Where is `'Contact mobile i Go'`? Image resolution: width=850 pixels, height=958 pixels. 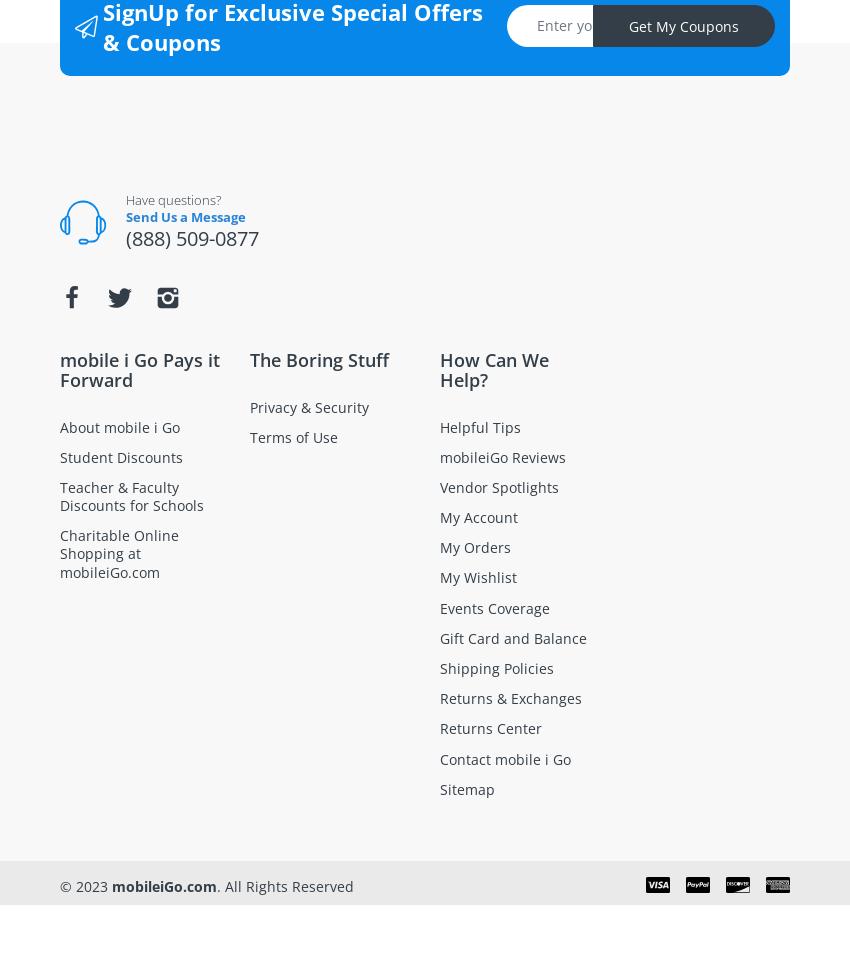 'Contact mobile i Go' is located at coordinates (505, 758).